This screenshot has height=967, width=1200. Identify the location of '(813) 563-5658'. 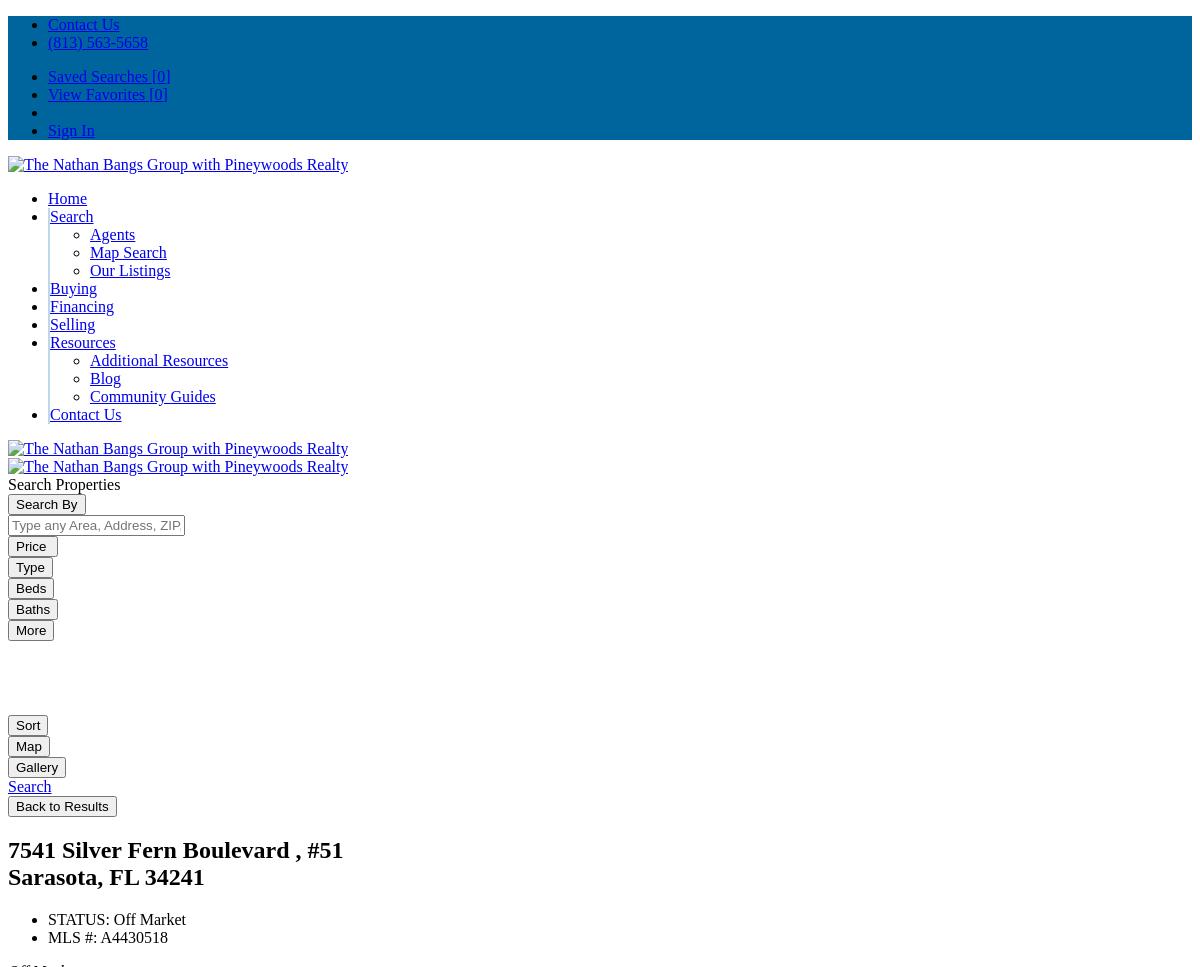
(97, 41).